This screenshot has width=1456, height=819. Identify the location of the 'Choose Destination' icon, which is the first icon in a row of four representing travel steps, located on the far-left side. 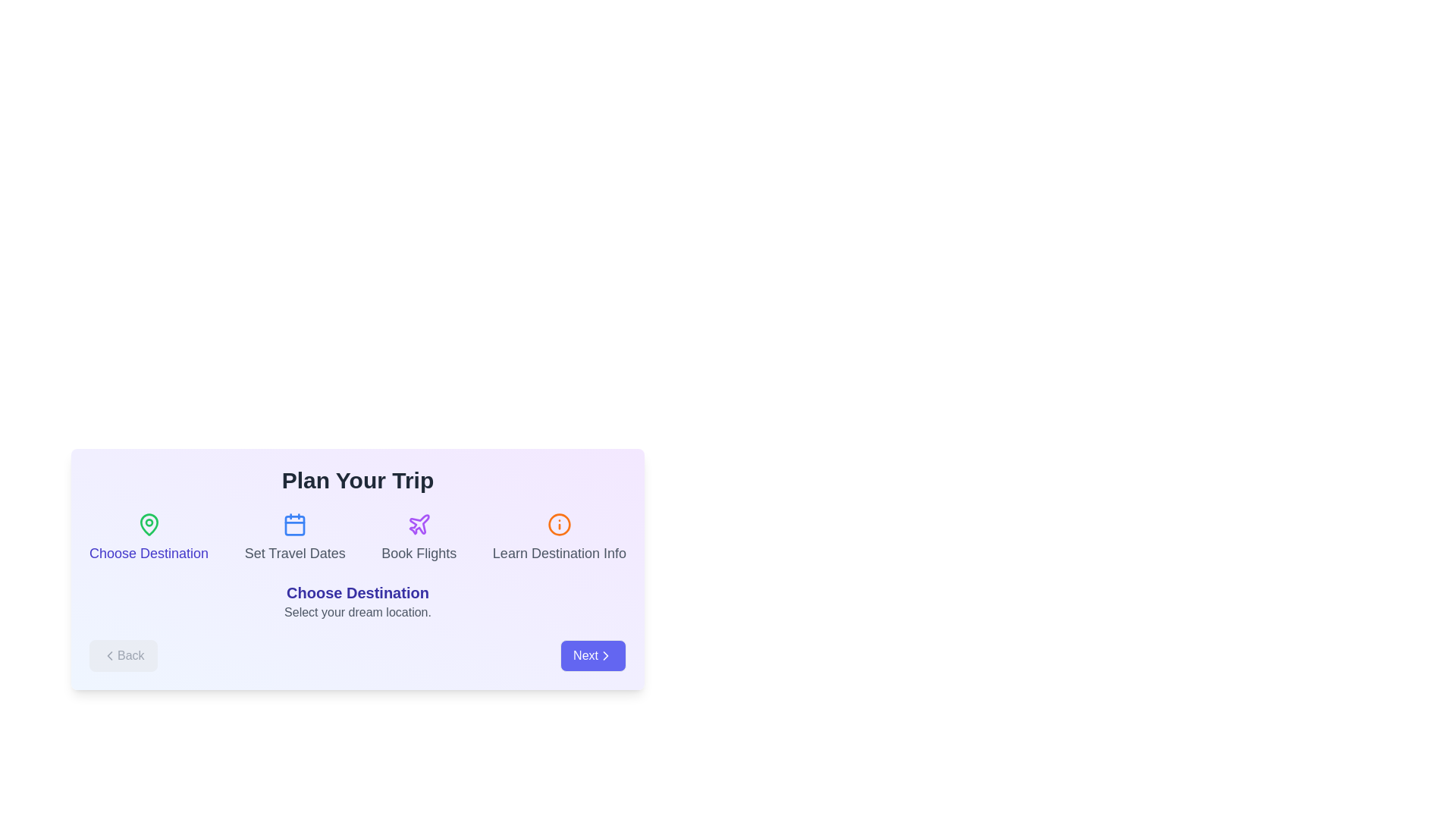
(149, 523).